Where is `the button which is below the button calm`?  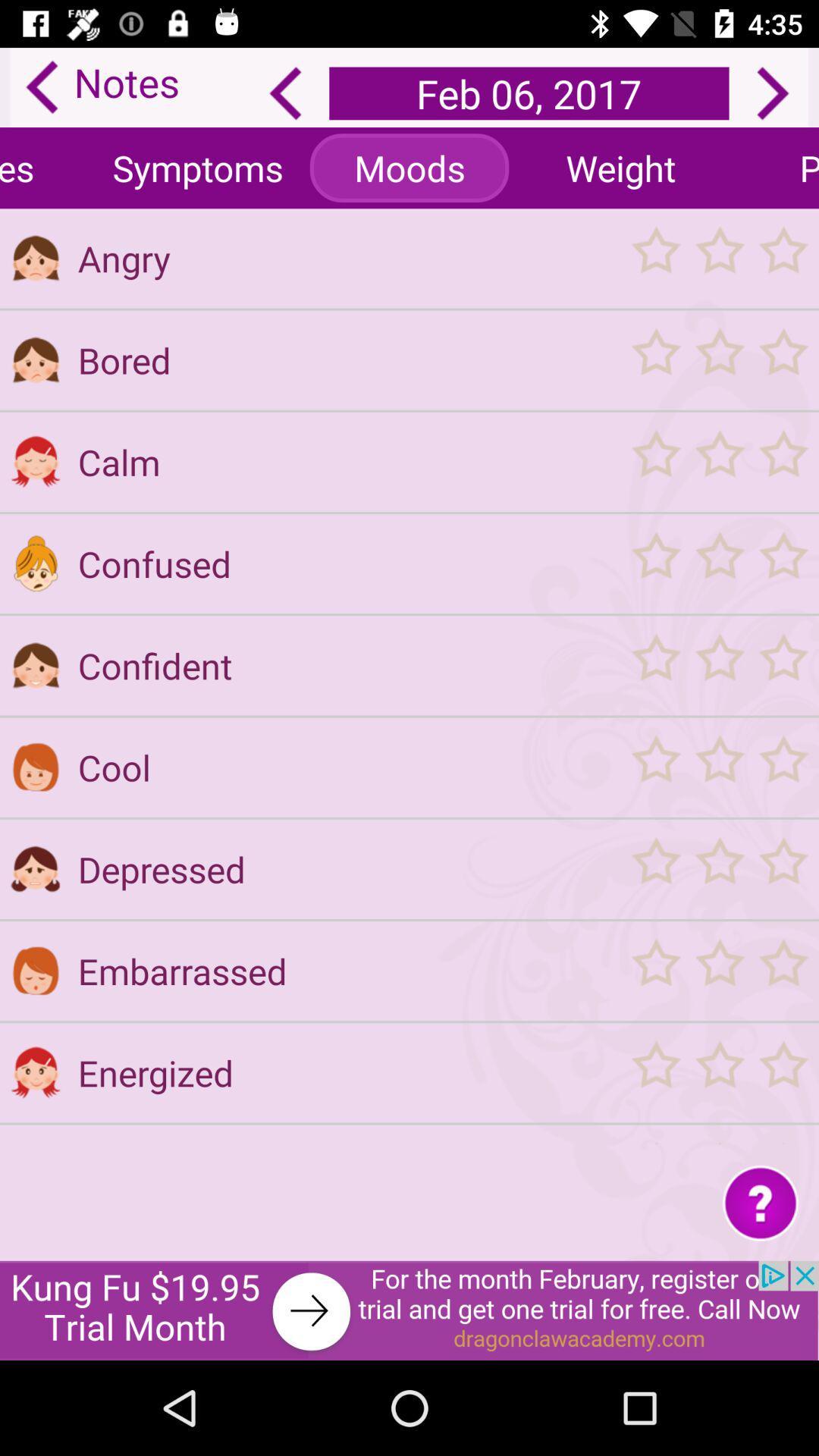
the button which is below the button calm is located at coordinates (345, 563).